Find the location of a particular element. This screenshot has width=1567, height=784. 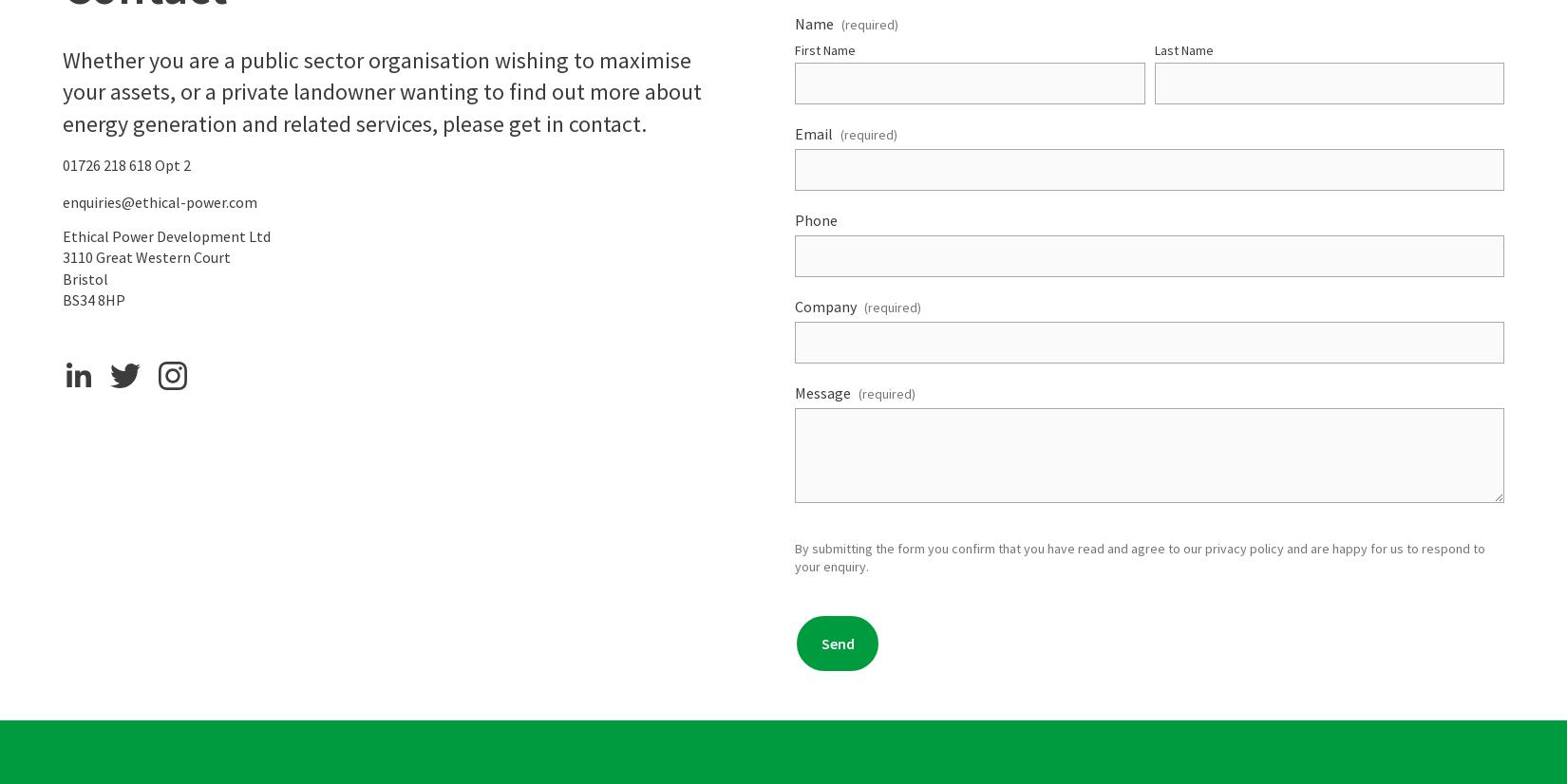

'privacy policy' is located at coordinates (1243, 546).